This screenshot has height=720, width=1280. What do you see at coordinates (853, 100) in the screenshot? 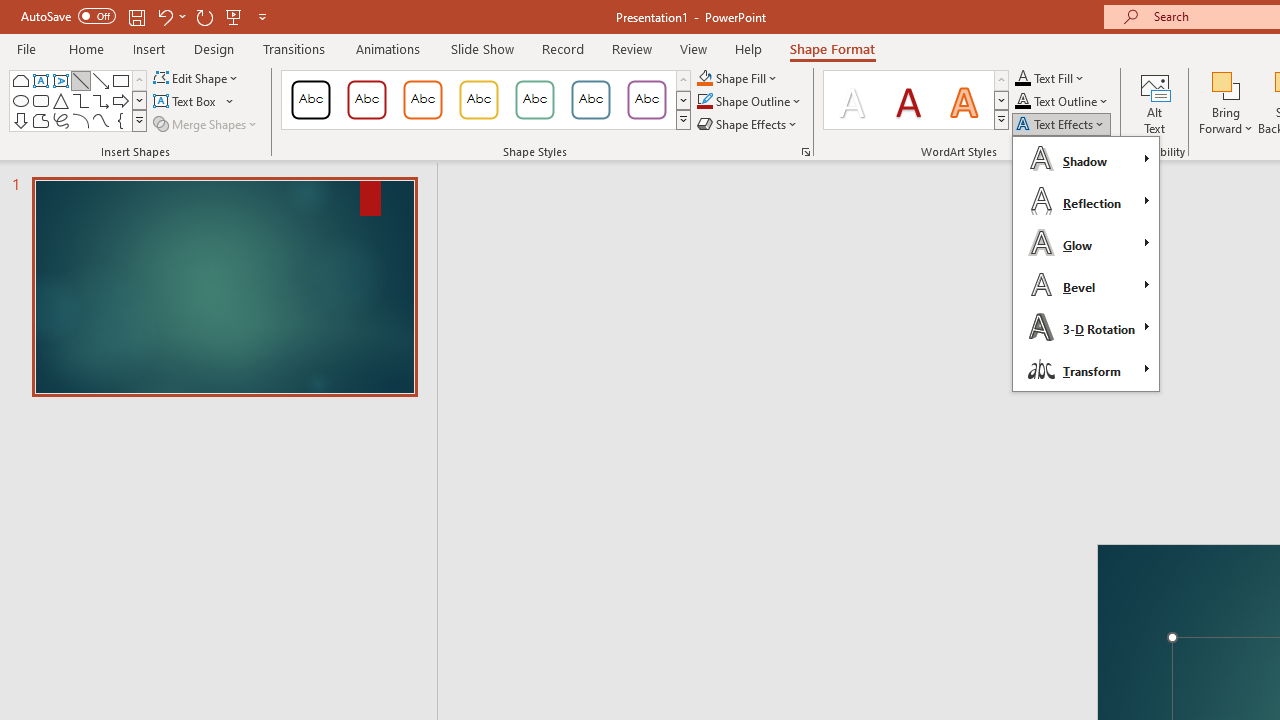
I see `'Fill: White, Text color 1; Shadow'` at bounding box center [853, 100].